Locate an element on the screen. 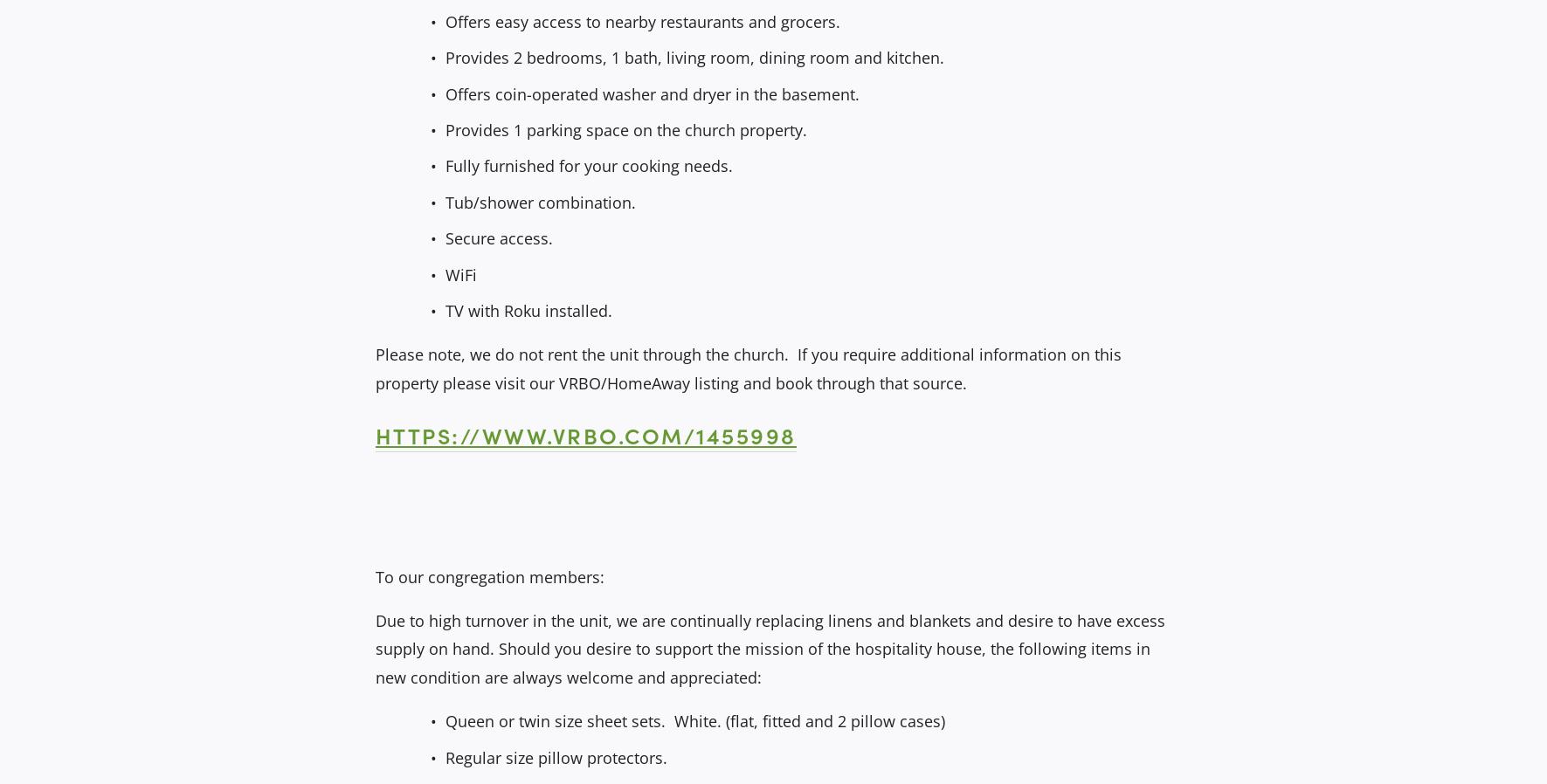  'Provides 1 parking space on the church property.' is located at coordinates (627, 127).